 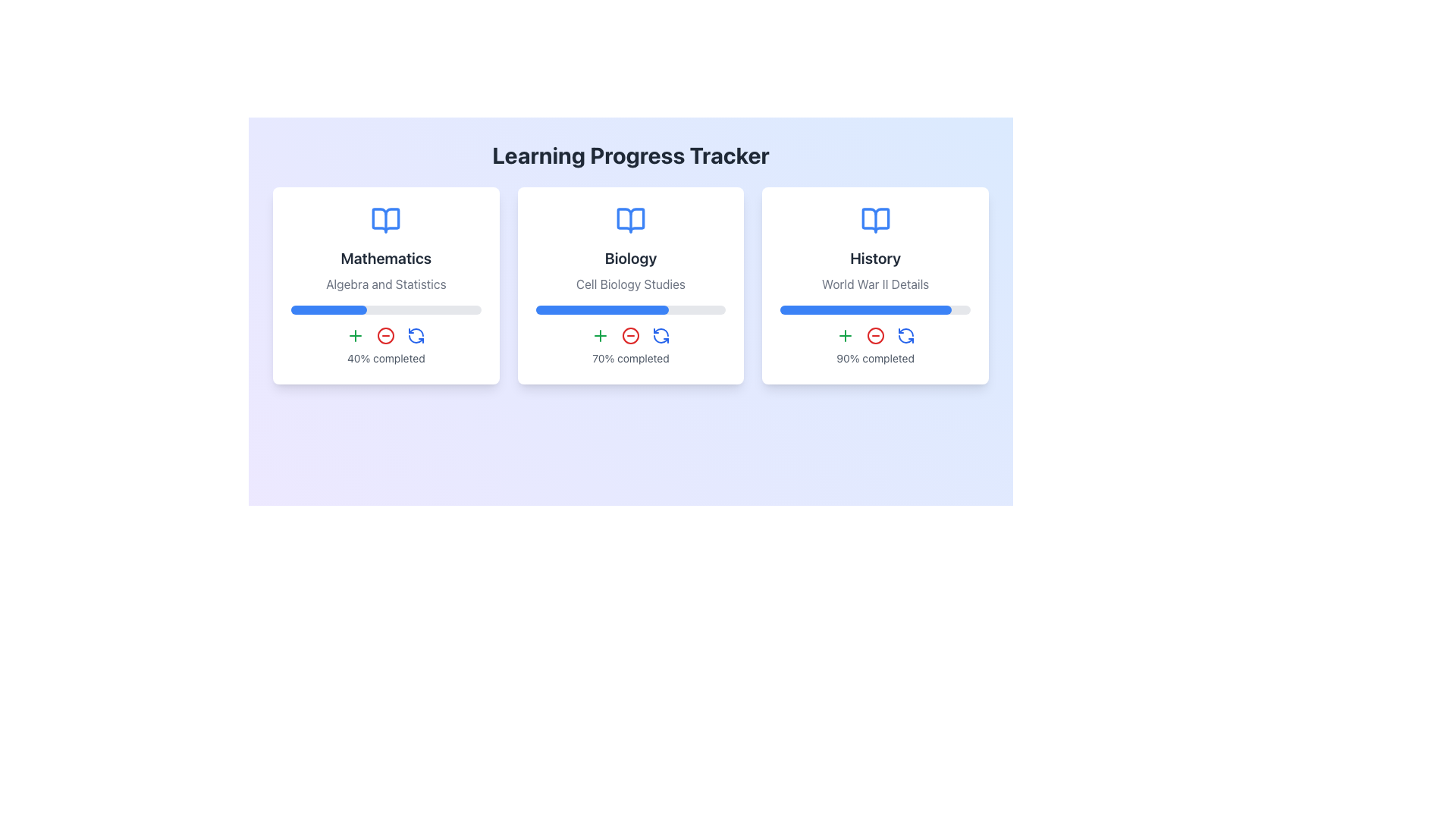 What do you see at coordinates (875, 257) in the screenshot?
I see `the 'History' title text label located in the upper section of the third card, which is situated below the book icon and above the subtitle 'World War II Details.'` at bounding box center [875, 257].